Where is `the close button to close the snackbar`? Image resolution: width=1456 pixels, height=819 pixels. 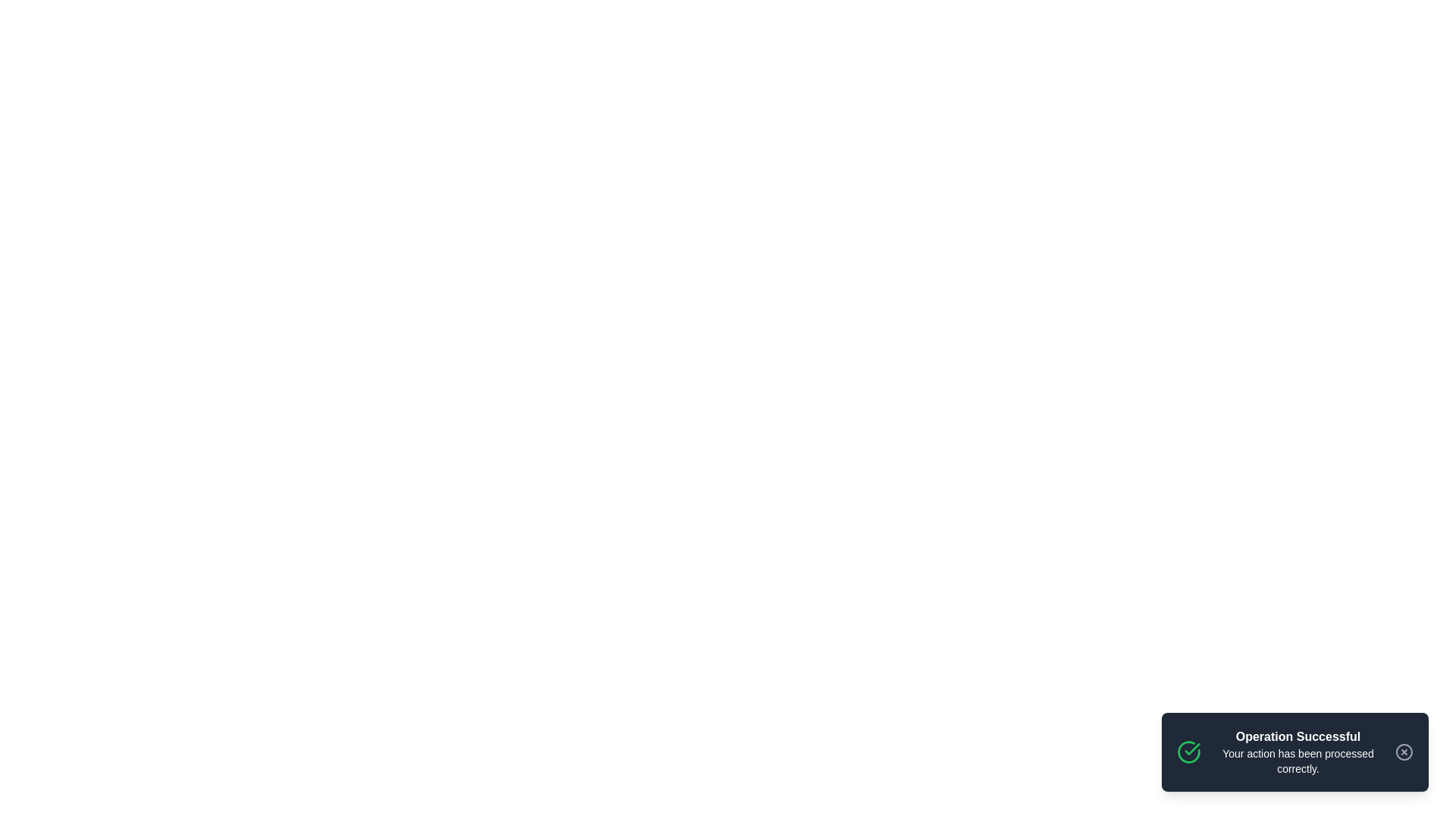 the close button to close the snackbar is located at coordinates (1404, 752).